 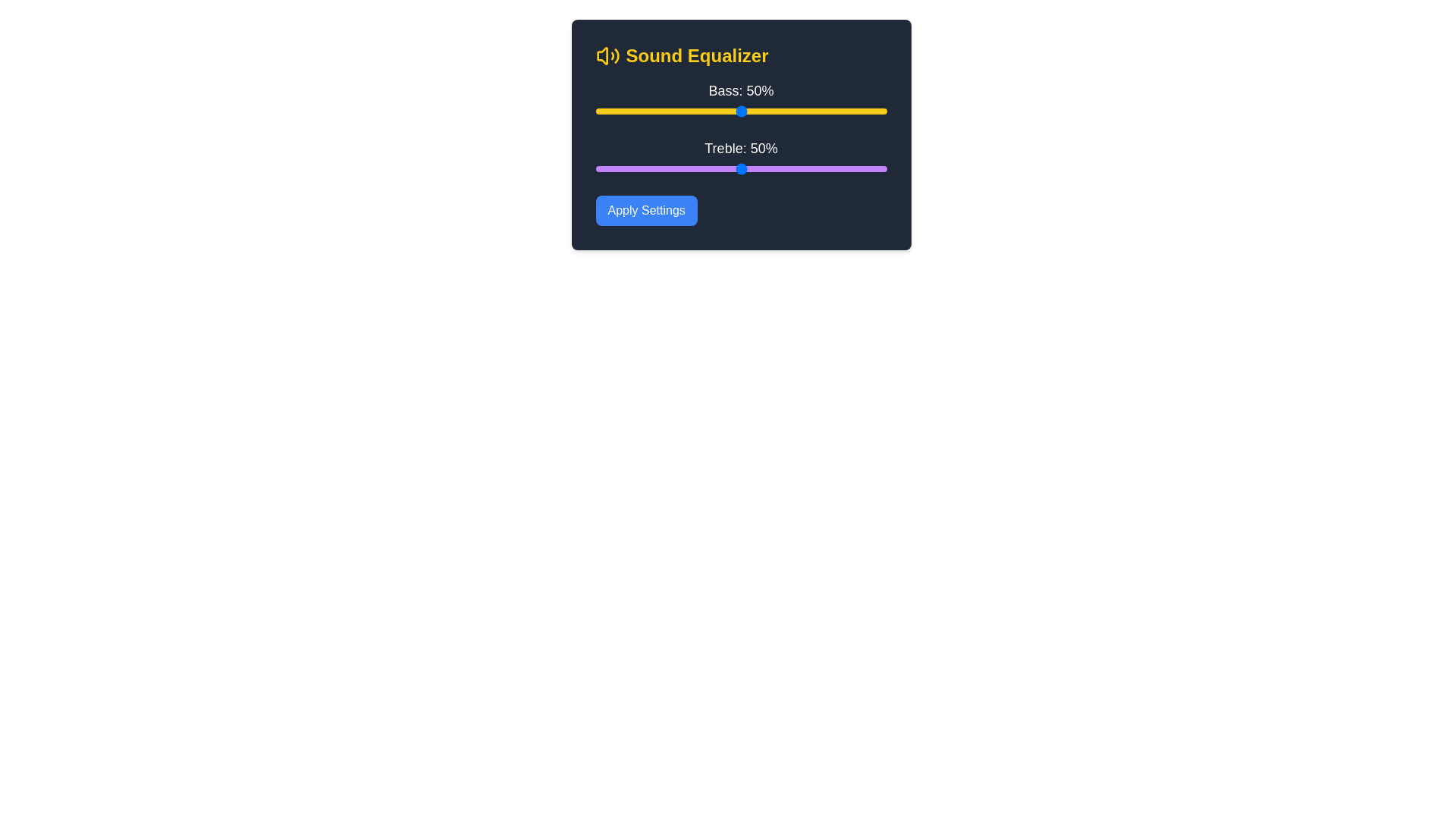 I want to click on 'Apply Settings' button to apply the current sound equalizer settings, so click(x=646, y=210).